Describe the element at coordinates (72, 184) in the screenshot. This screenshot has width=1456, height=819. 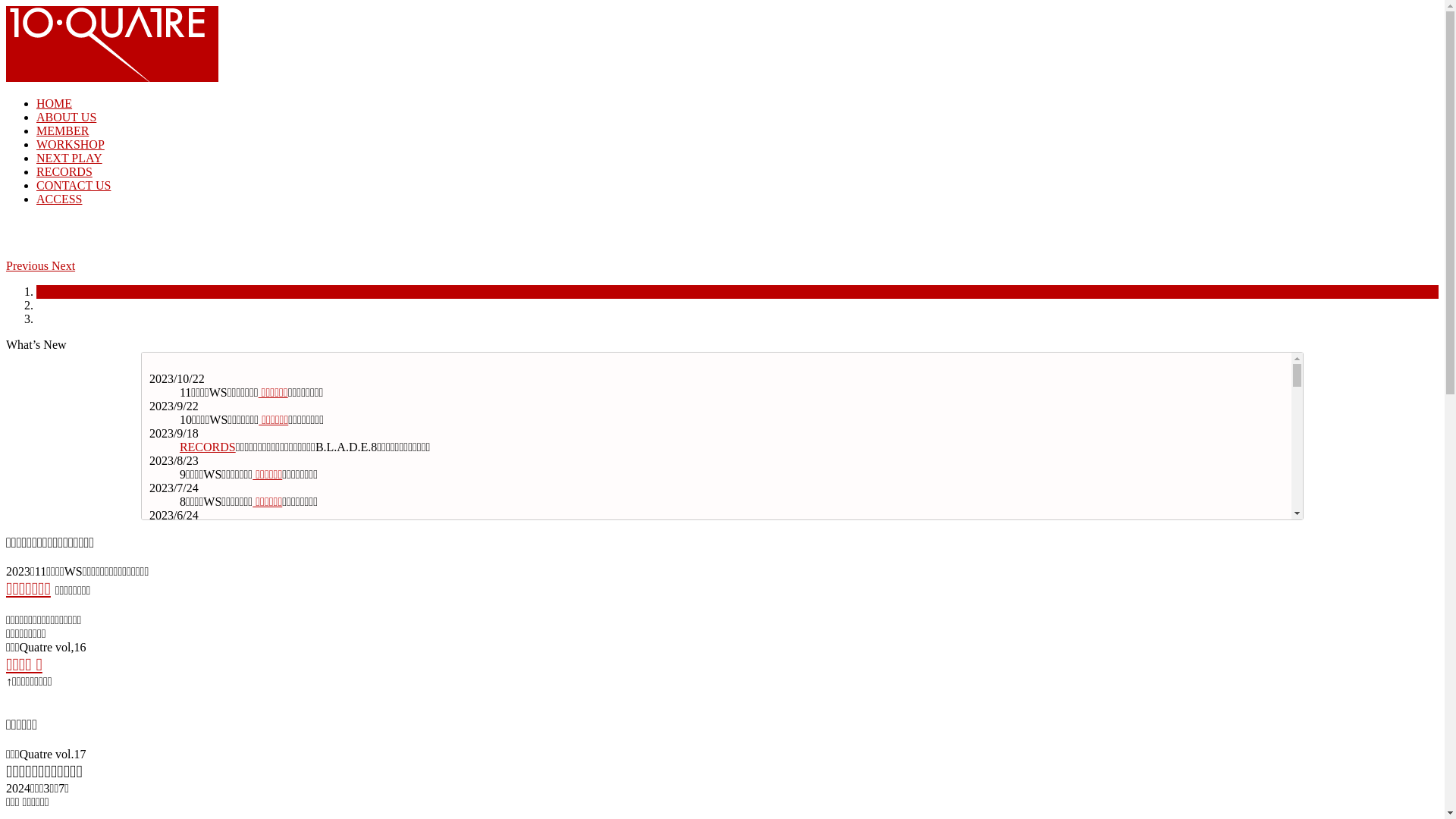
I see `'CONTACT US'` at that location.